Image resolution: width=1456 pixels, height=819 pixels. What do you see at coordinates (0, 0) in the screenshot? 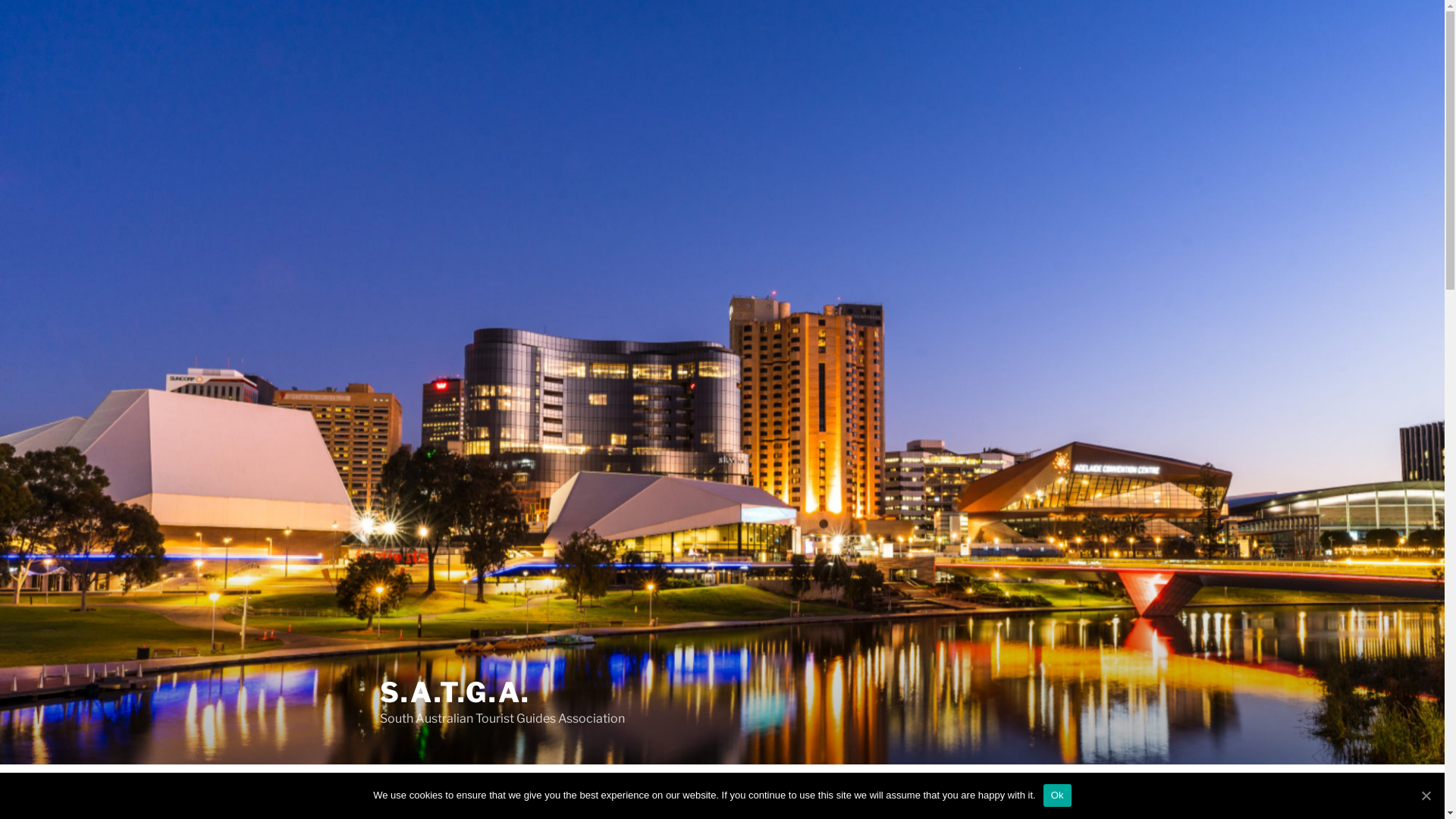
I see `'Skip to content'` at bounding box center [0, 0].